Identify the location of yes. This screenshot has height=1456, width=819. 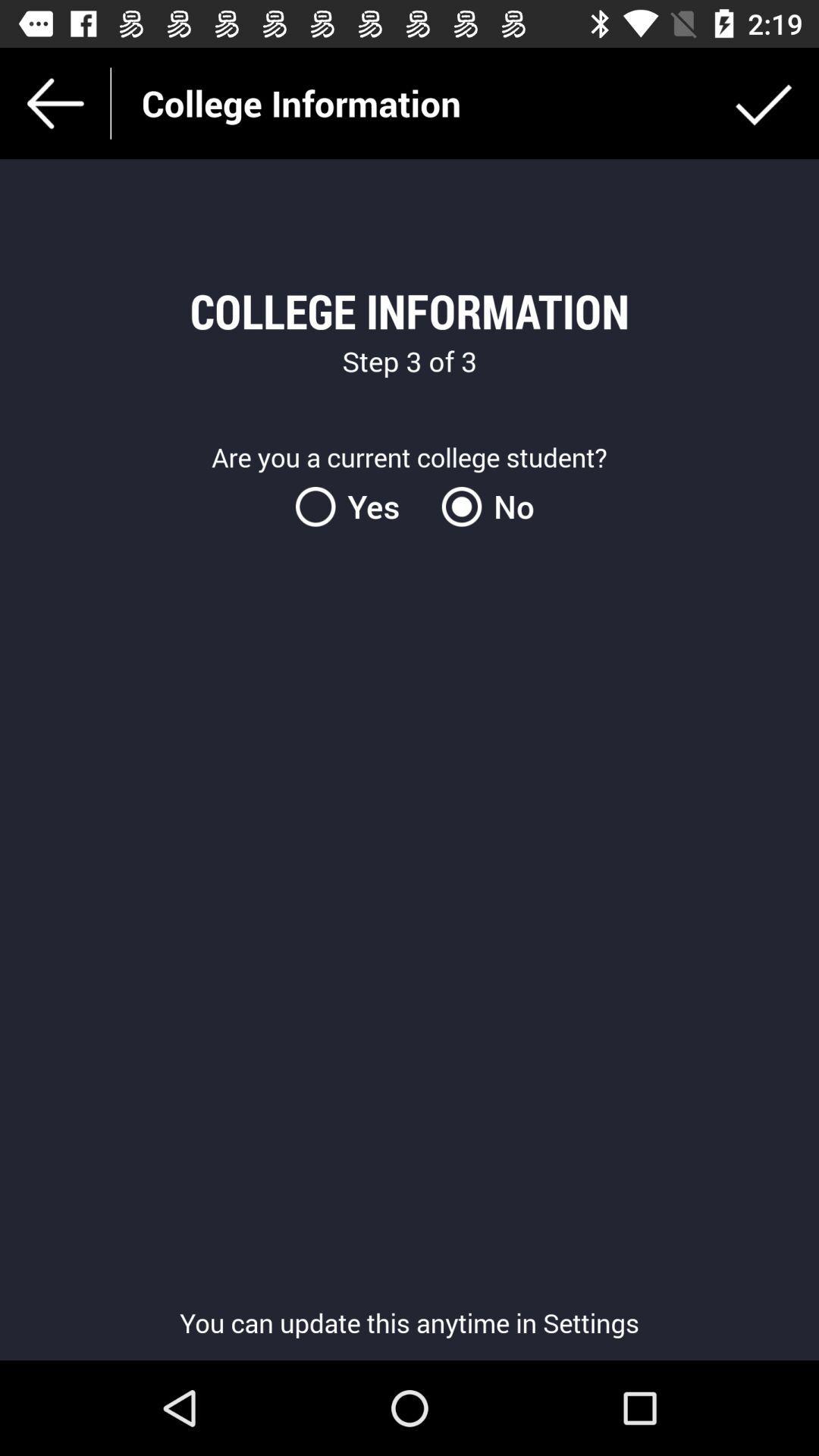
(356, 507).